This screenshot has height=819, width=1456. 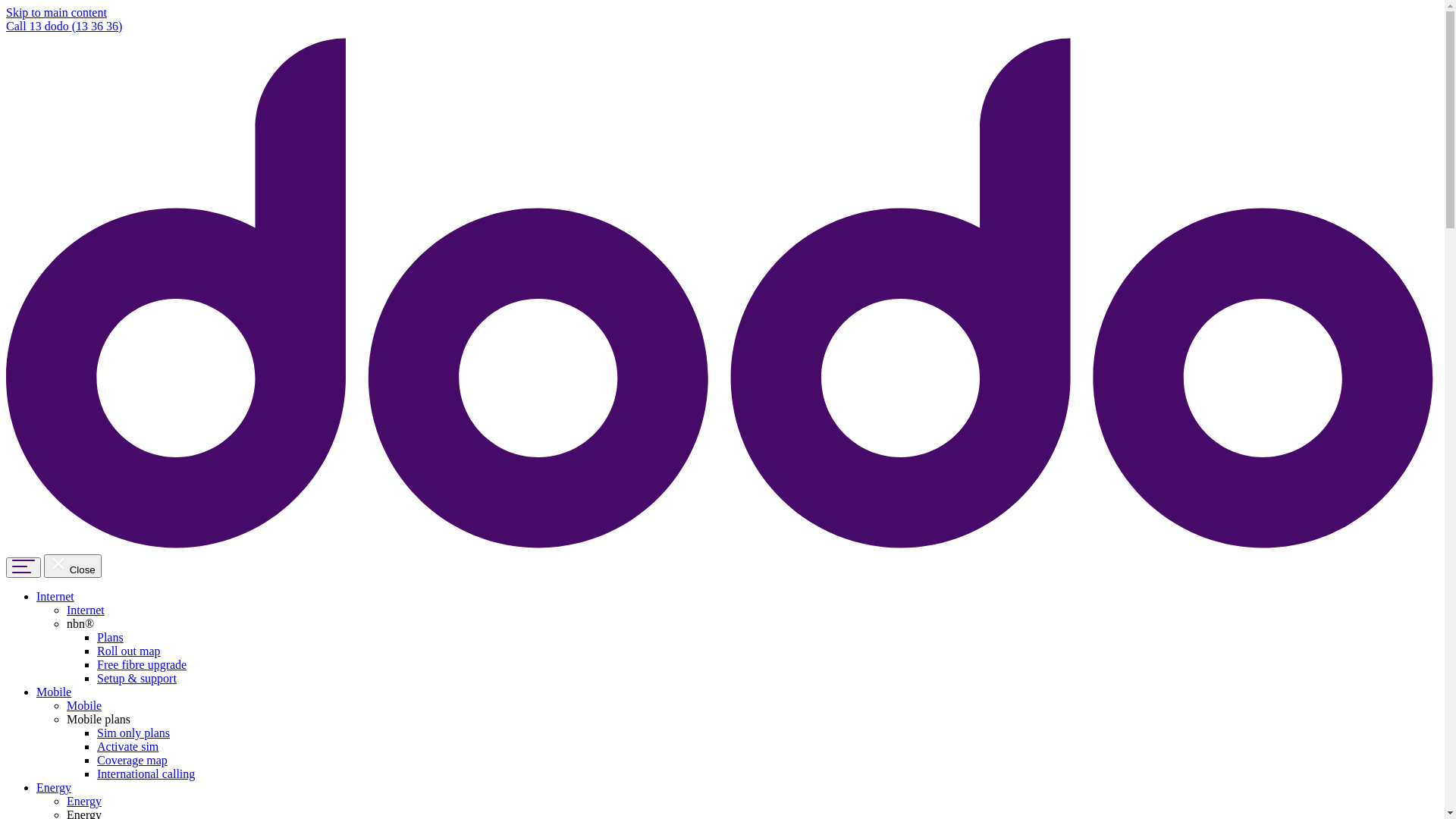 I want to click on 'International calling', so click(x=146, y=773).